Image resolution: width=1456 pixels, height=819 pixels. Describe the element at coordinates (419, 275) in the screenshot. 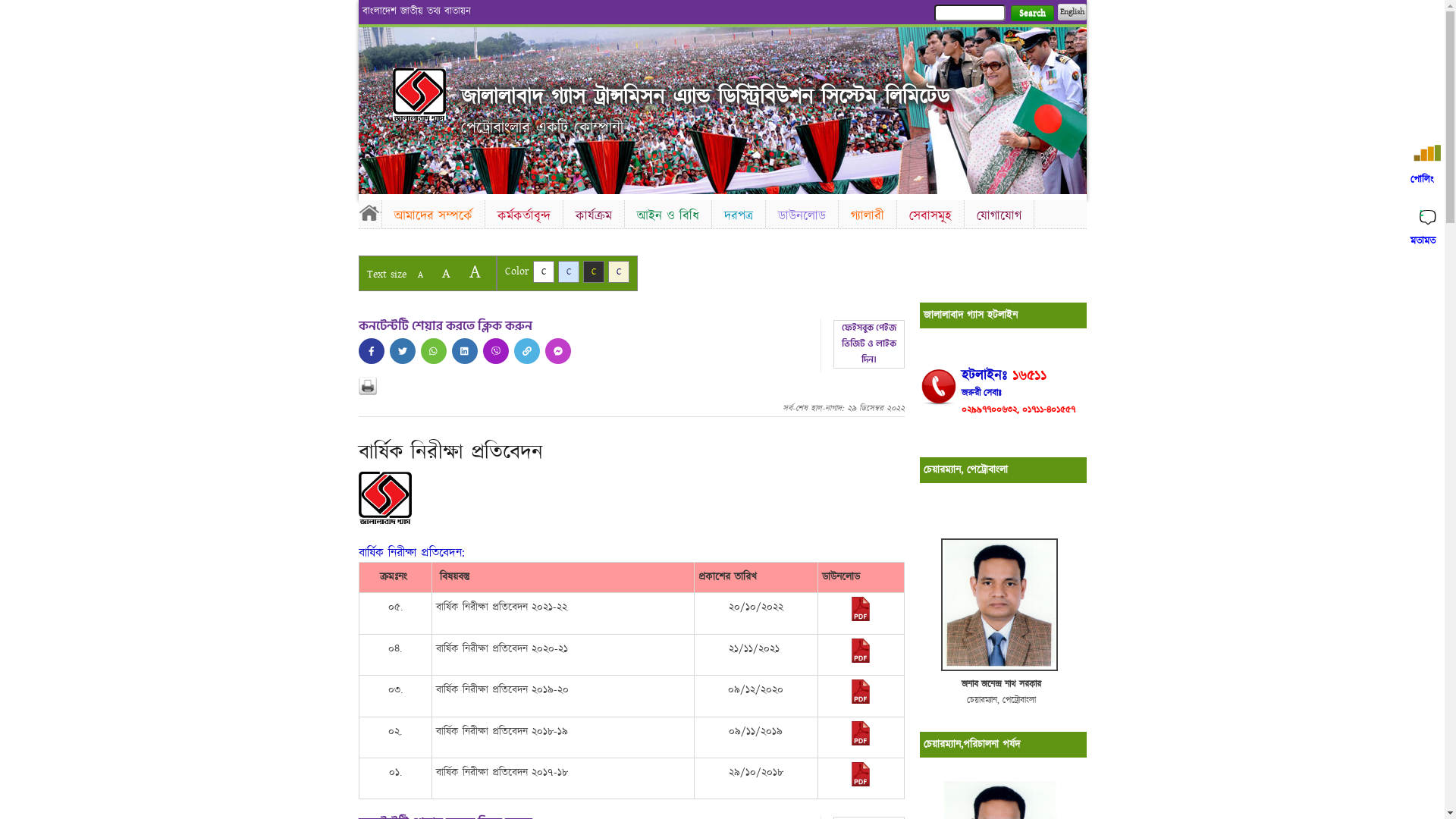

I see `'A'` at that location.